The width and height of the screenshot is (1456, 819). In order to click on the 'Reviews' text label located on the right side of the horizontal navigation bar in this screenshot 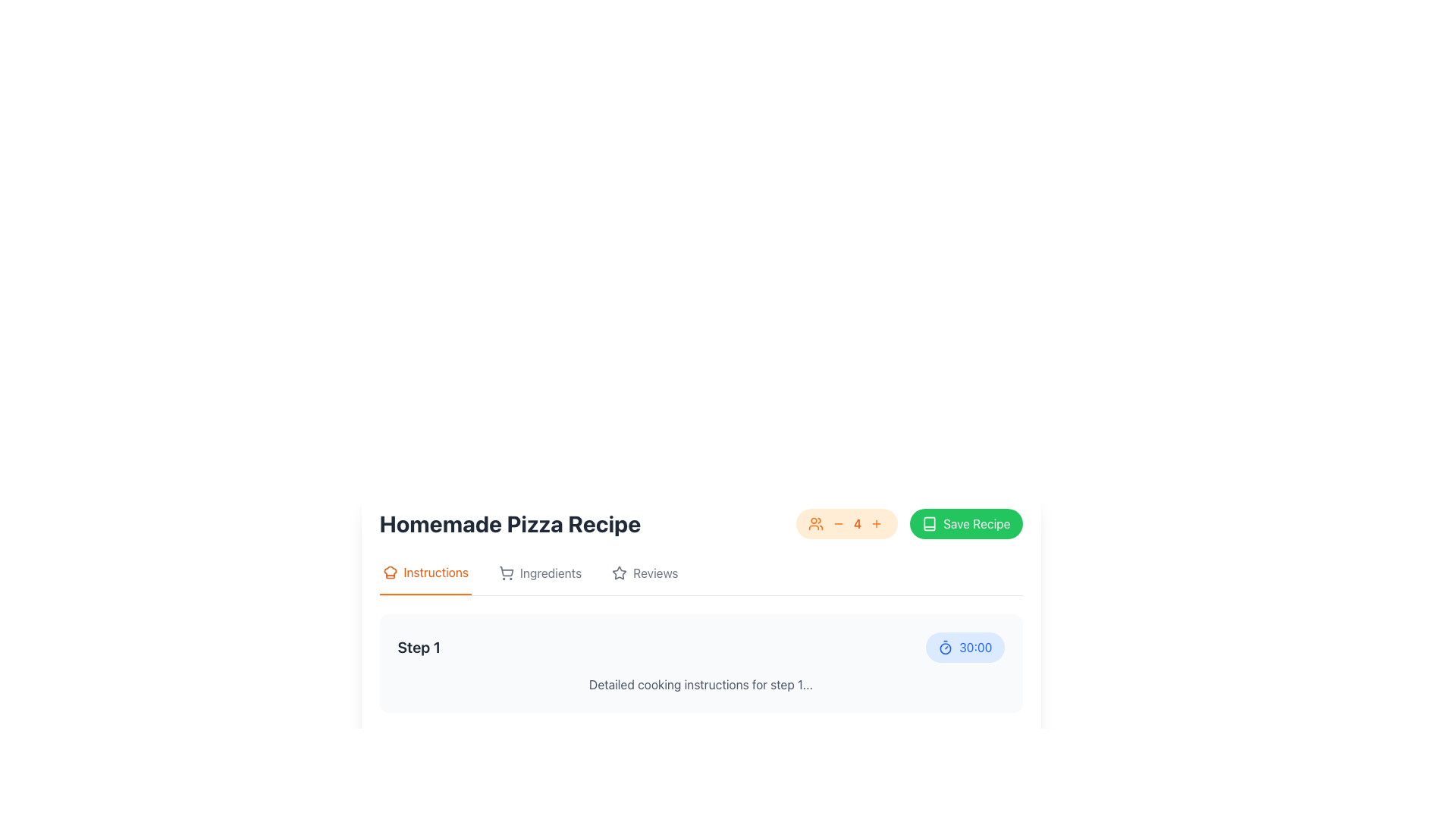, I will do `click(655, 573)`.